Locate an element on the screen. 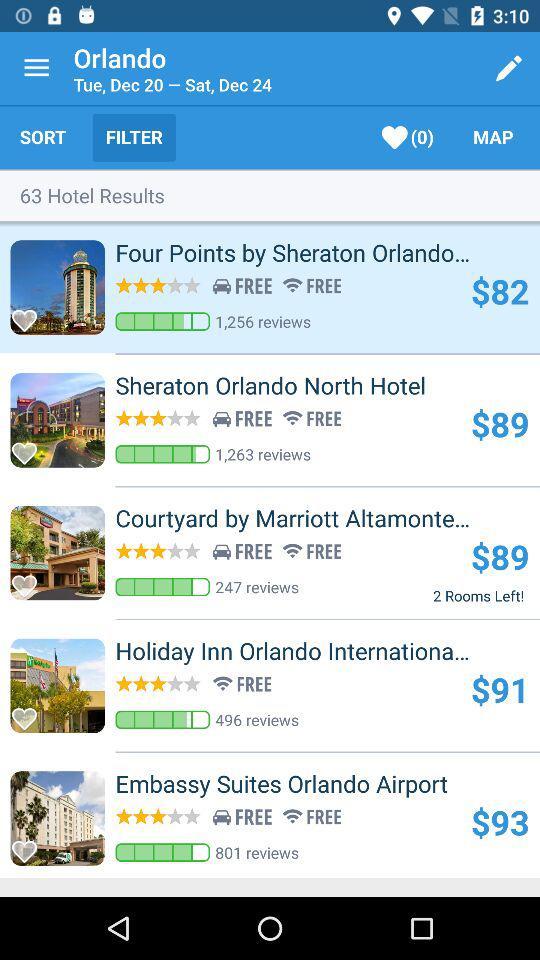 This screenshot has width=540, height=960. favorite is located at coordinates (29, 580).